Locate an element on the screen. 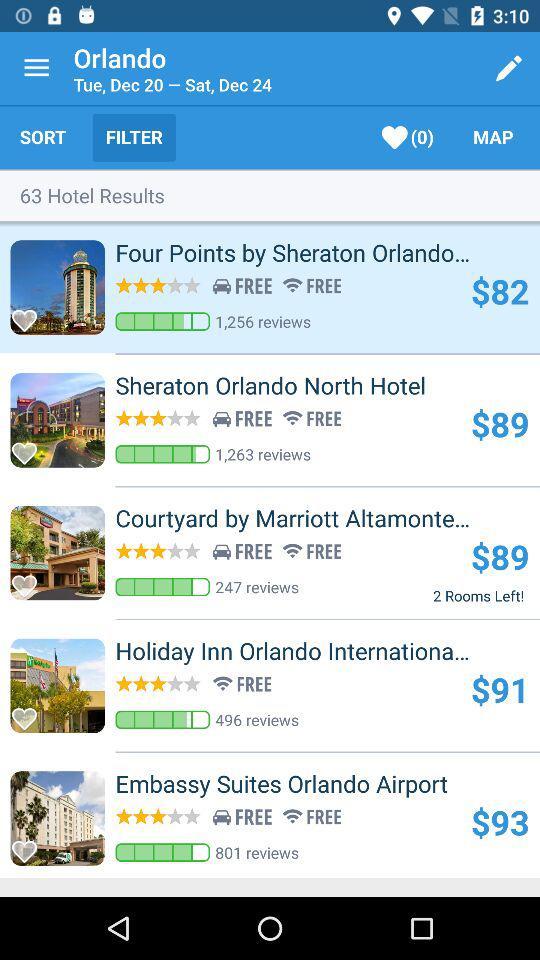 This screenshot has width=540, height=960. favorite is located at coordinates (29, 580).